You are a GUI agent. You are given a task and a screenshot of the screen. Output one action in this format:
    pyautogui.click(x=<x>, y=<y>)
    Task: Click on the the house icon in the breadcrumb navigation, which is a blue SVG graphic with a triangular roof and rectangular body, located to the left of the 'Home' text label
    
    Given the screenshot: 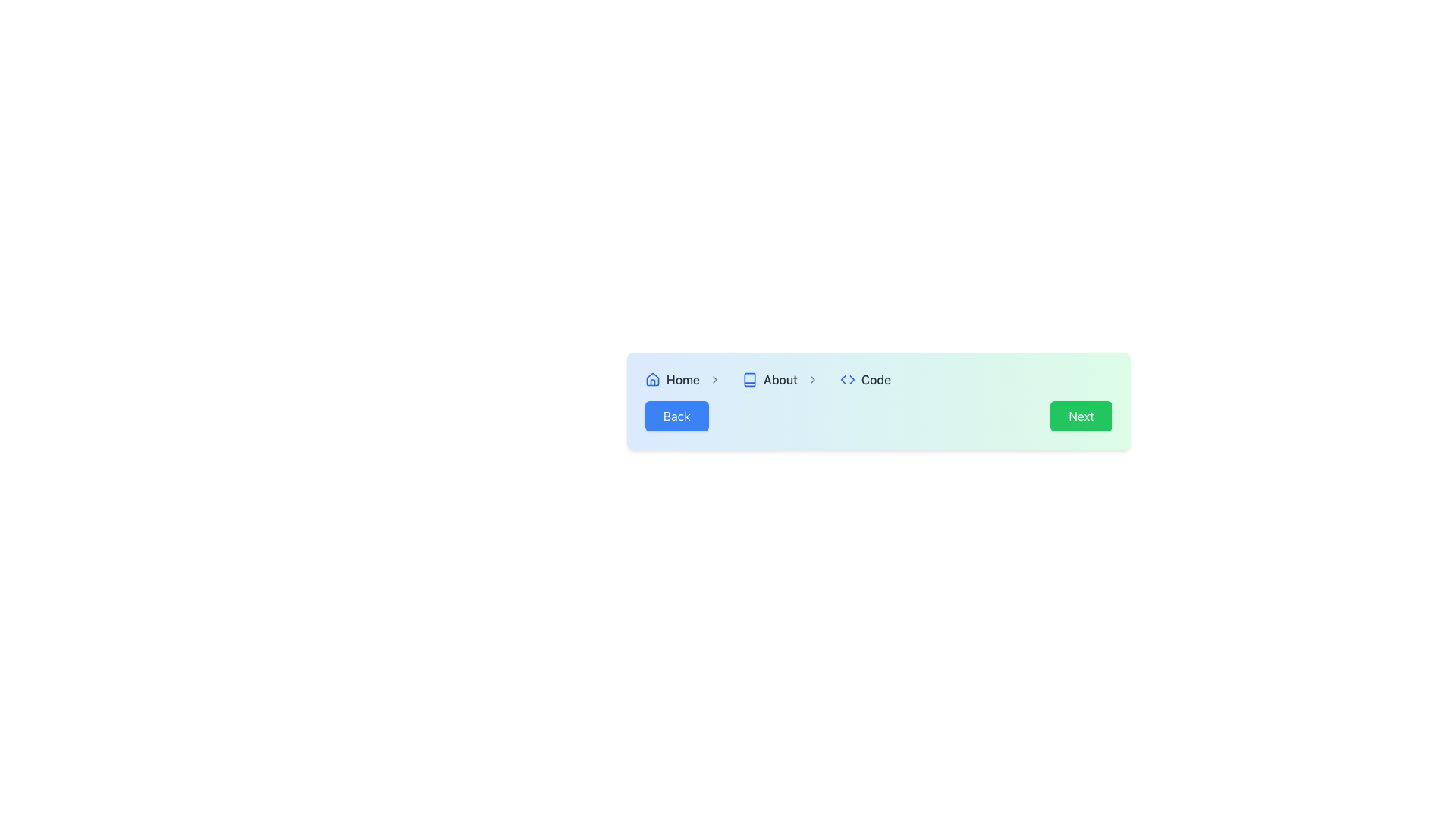 What is the action you would take?
    pyautogui.click(x=652, y=378)
    